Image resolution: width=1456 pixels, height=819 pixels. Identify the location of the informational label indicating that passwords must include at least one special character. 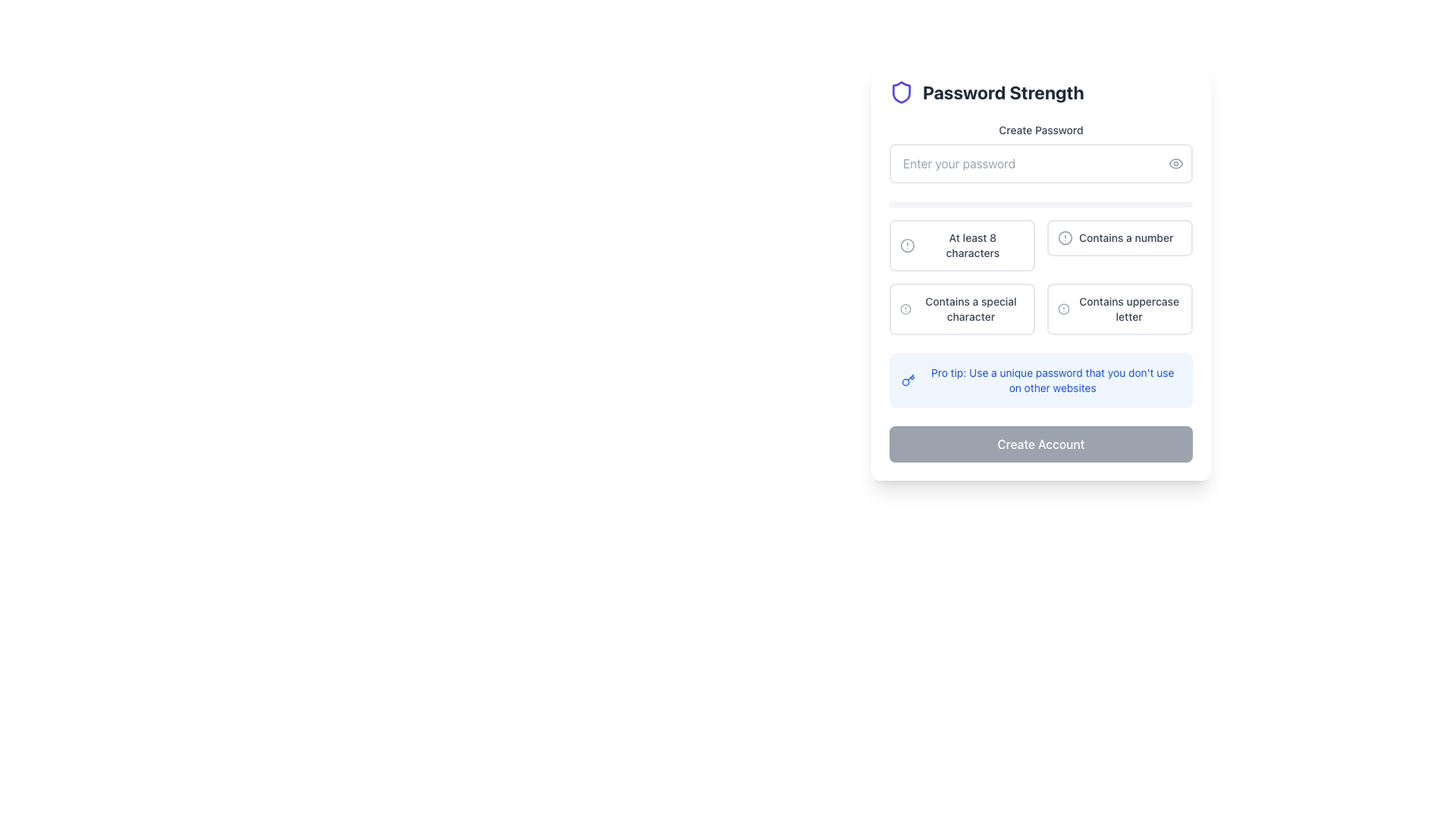
(961, 309).